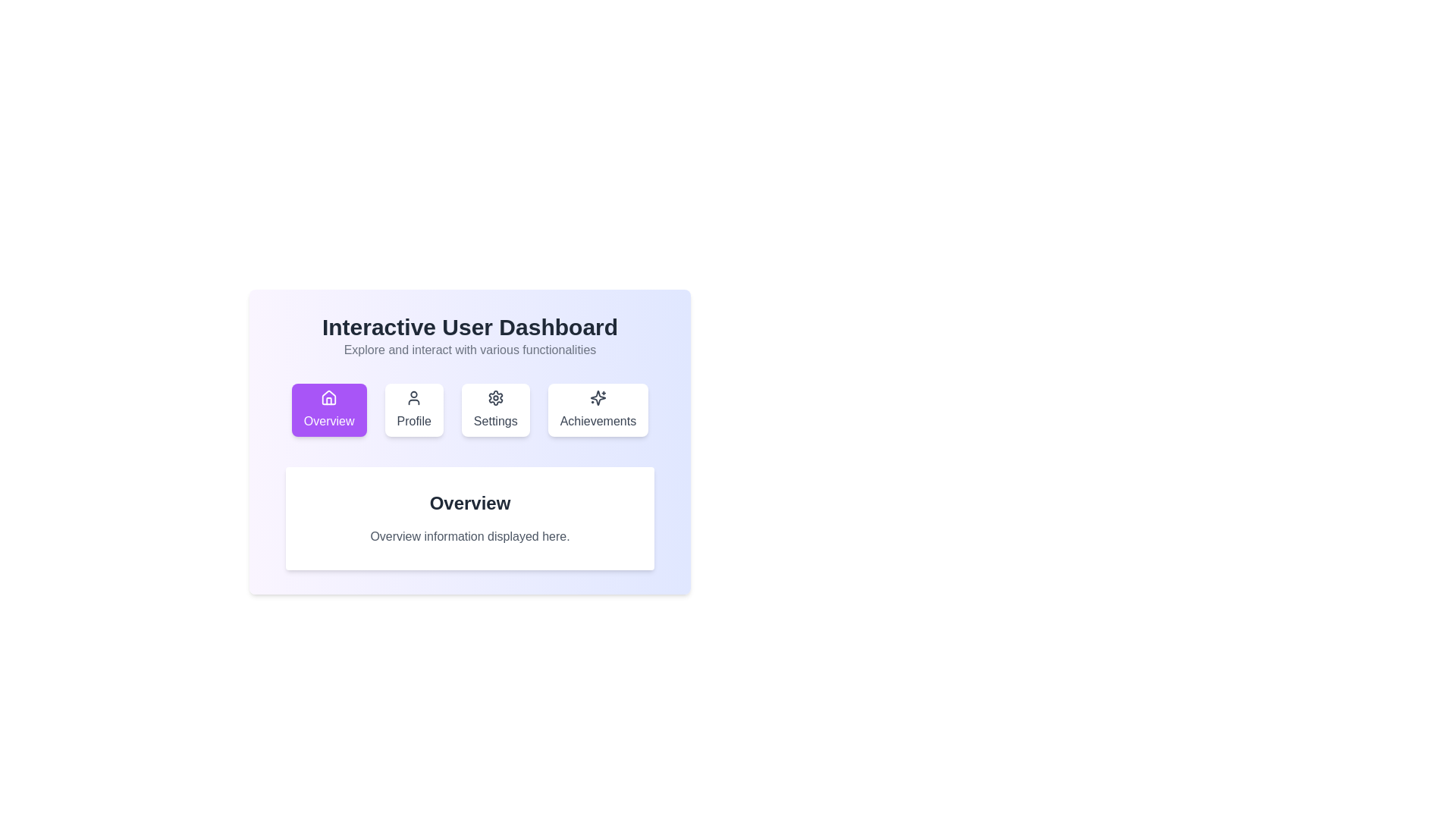 This screenshot has width=1456, height=819. I want to click on the 'Settings' button, which features a gear icon above the text, located in the row beneath the 'Interactive User Dashboard', so click(494, 409).